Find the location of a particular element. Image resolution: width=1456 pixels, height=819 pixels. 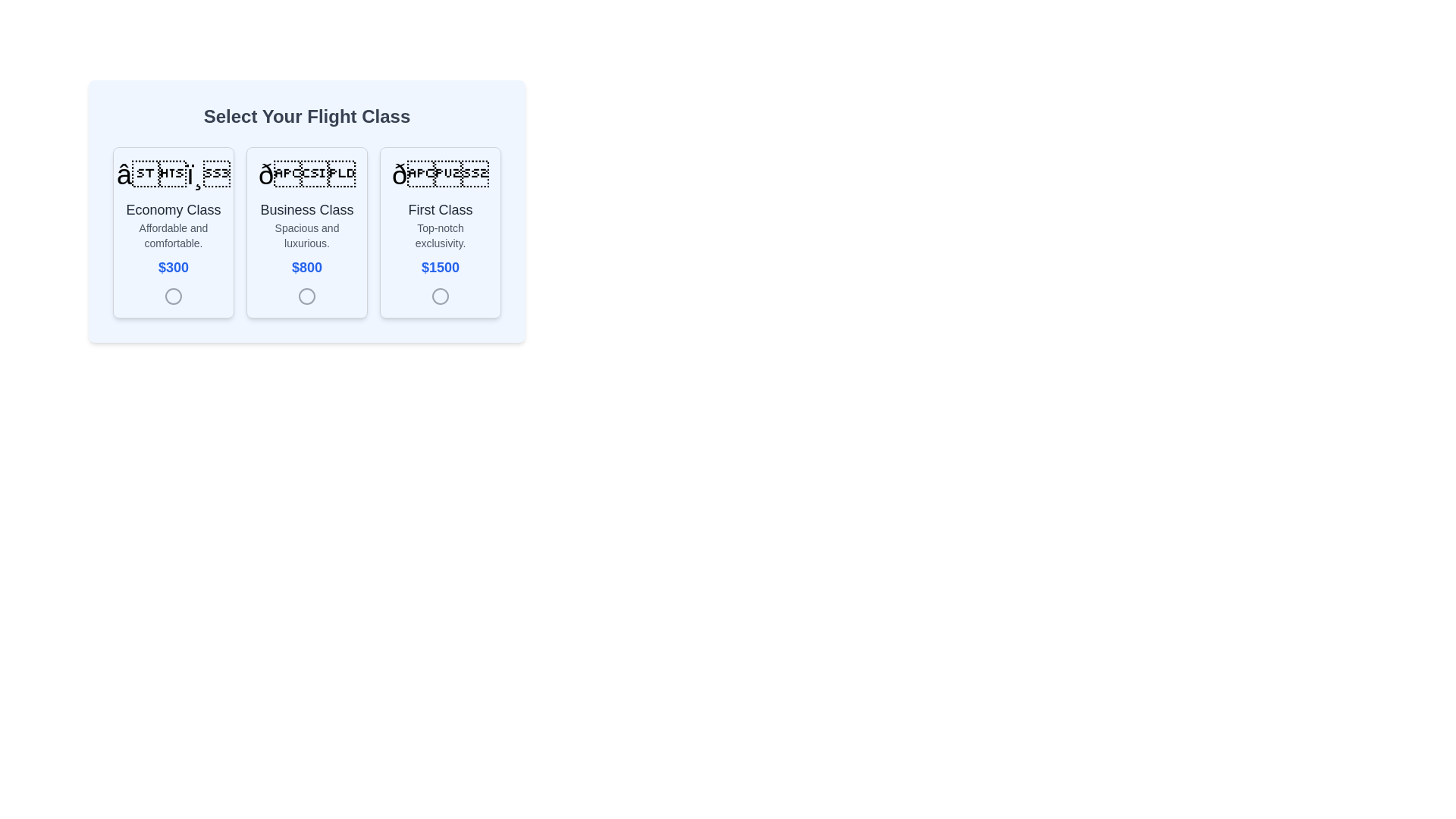

the Text Label displaying the price of the 'First Class' option, located in the 'First Class' section of the selection card layout, below 'Top-notch exclusivity.' is located at coordinates (439, 267).